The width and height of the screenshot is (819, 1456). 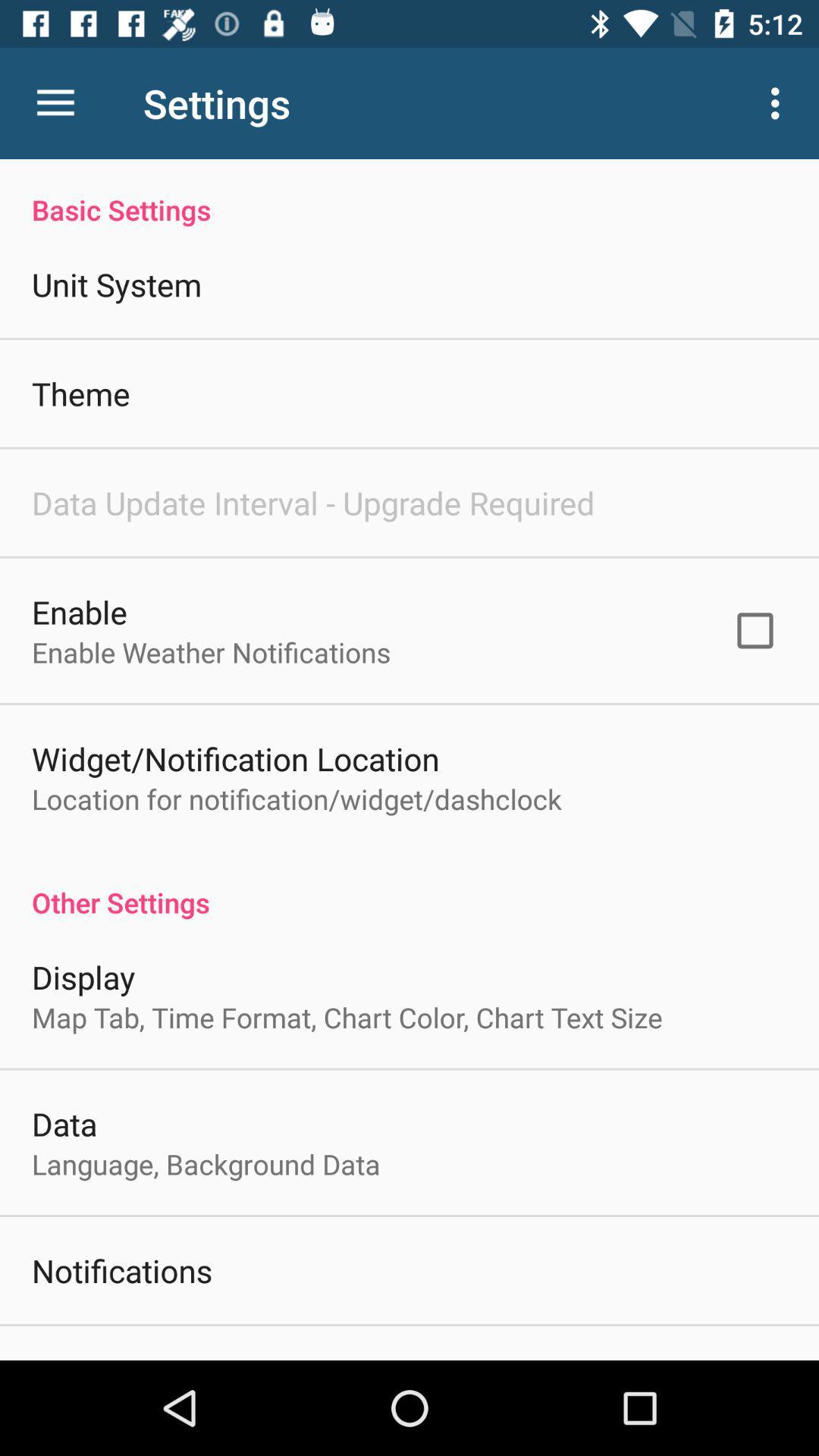 What do you see at coordinates (55, 102) in the screenshot?
I see `icon to the left of the settings` at bounding box center [55, 102].